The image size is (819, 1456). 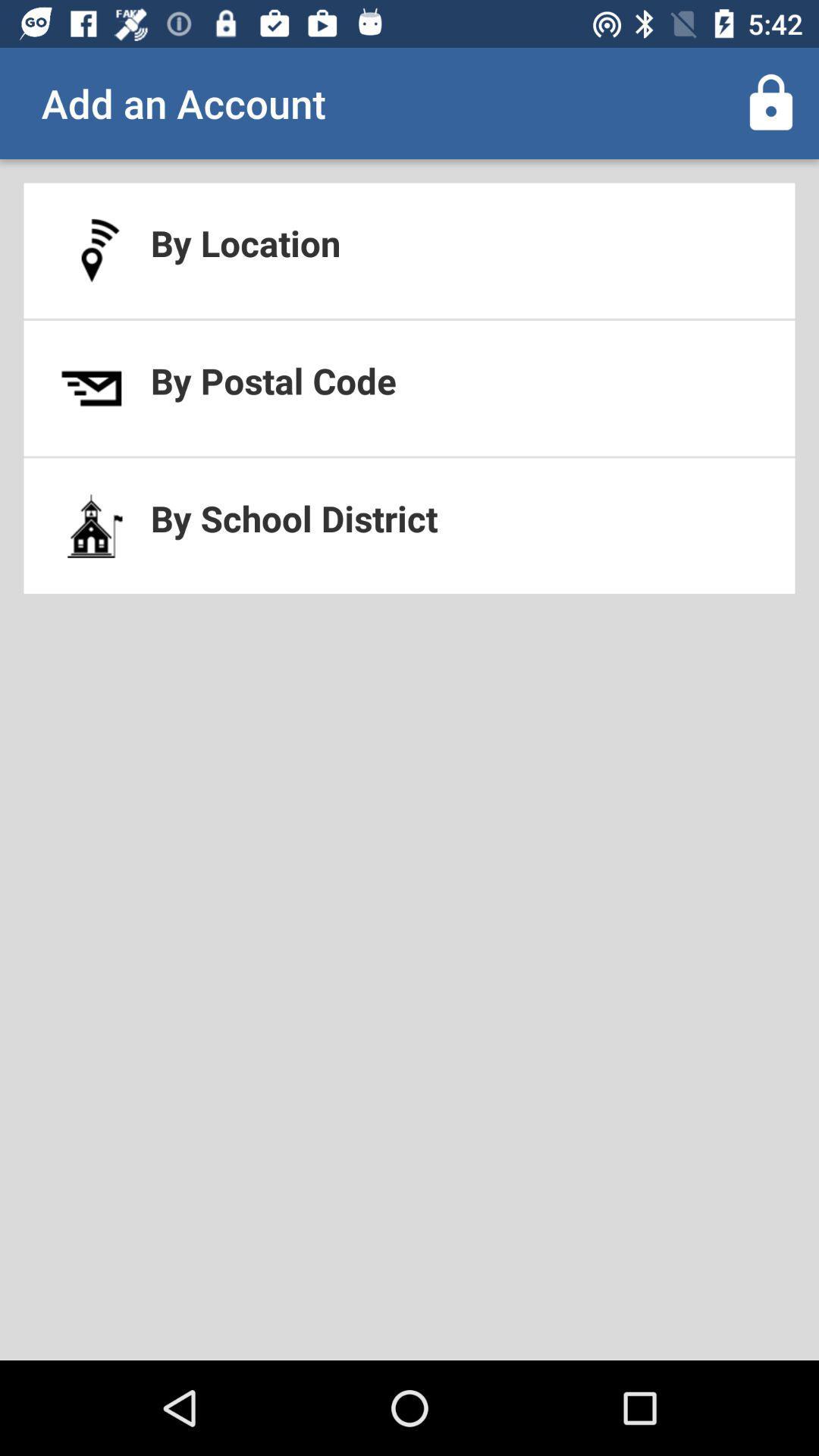 What do you see at coordinates (409, 388) in the screenshot?
I see `the    by postal code item` at bounding box center [409, 388].